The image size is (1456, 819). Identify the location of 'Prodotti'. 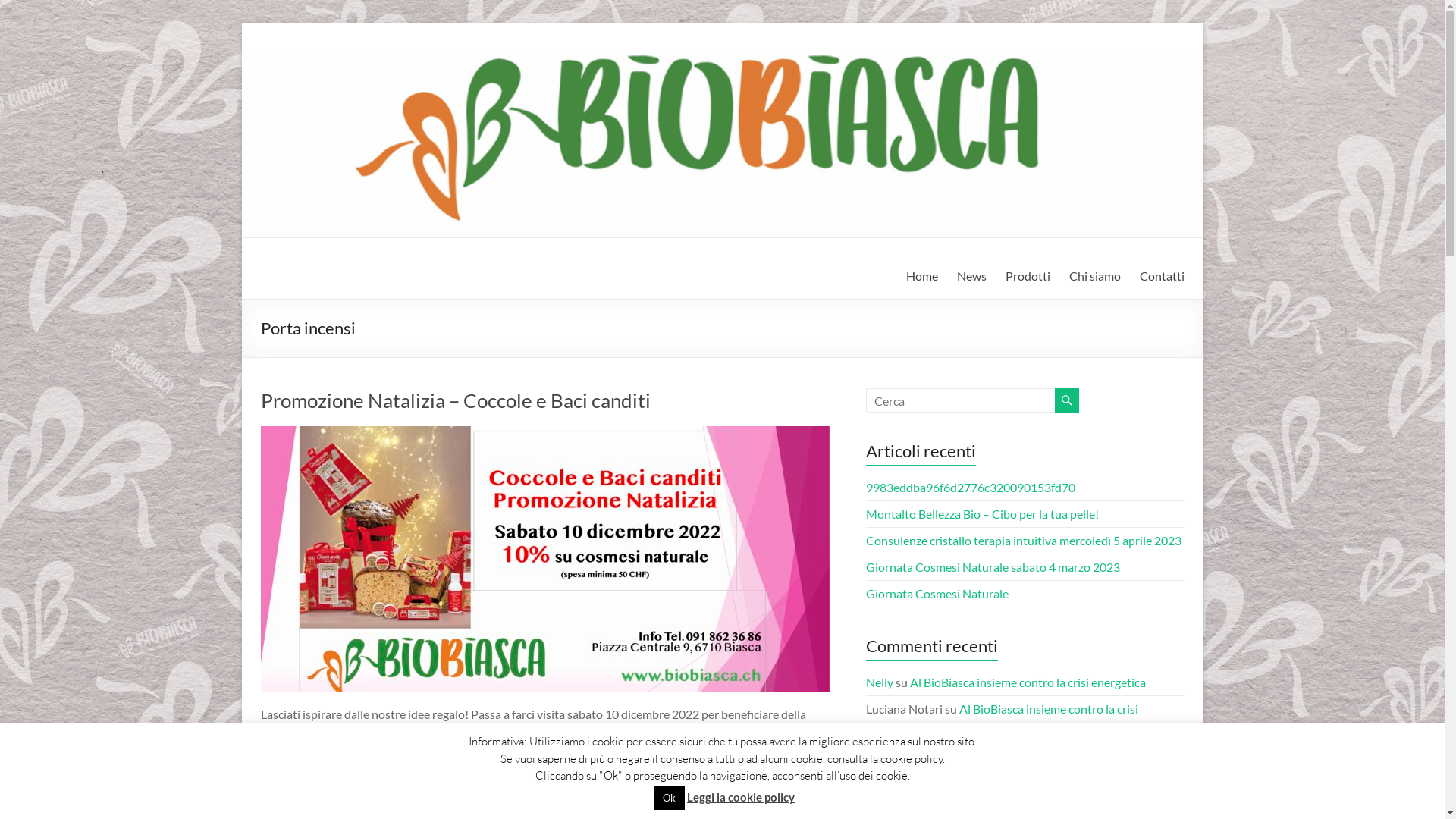
(1028, 275).